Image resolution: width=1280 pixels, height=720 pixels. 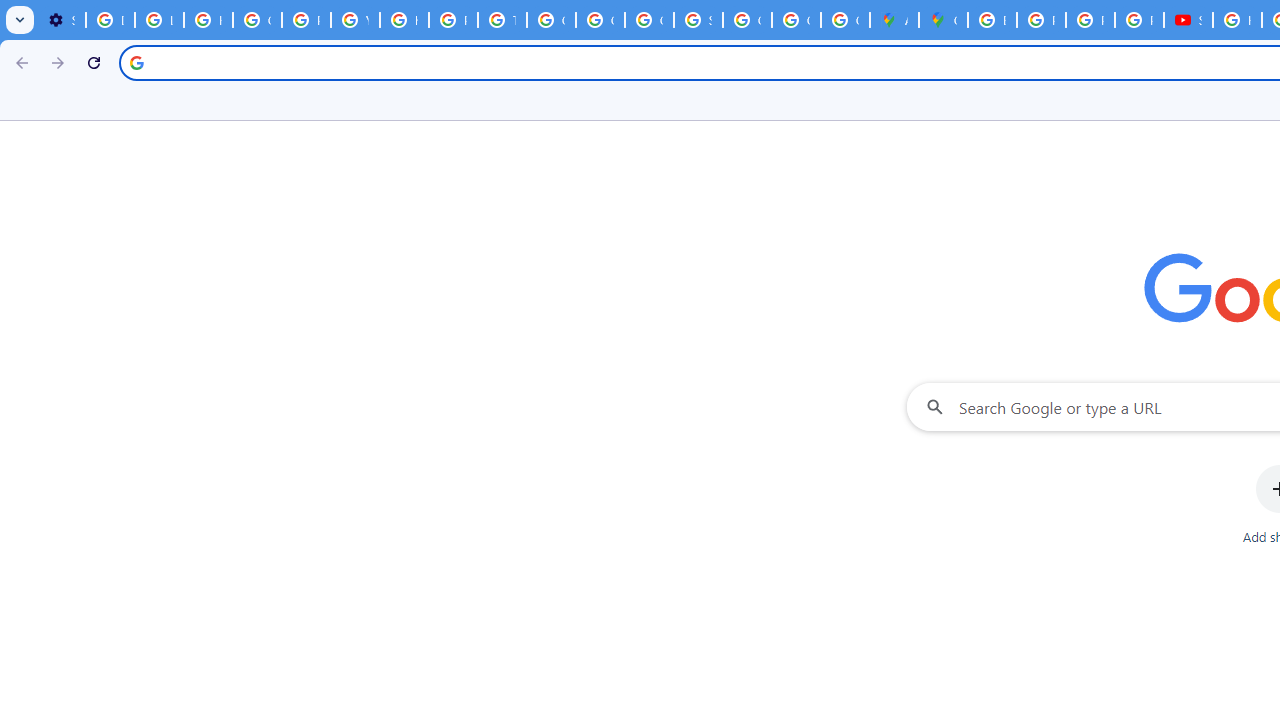 I want to click on 'Settings - Customize profile', so click(x=61, y=20).